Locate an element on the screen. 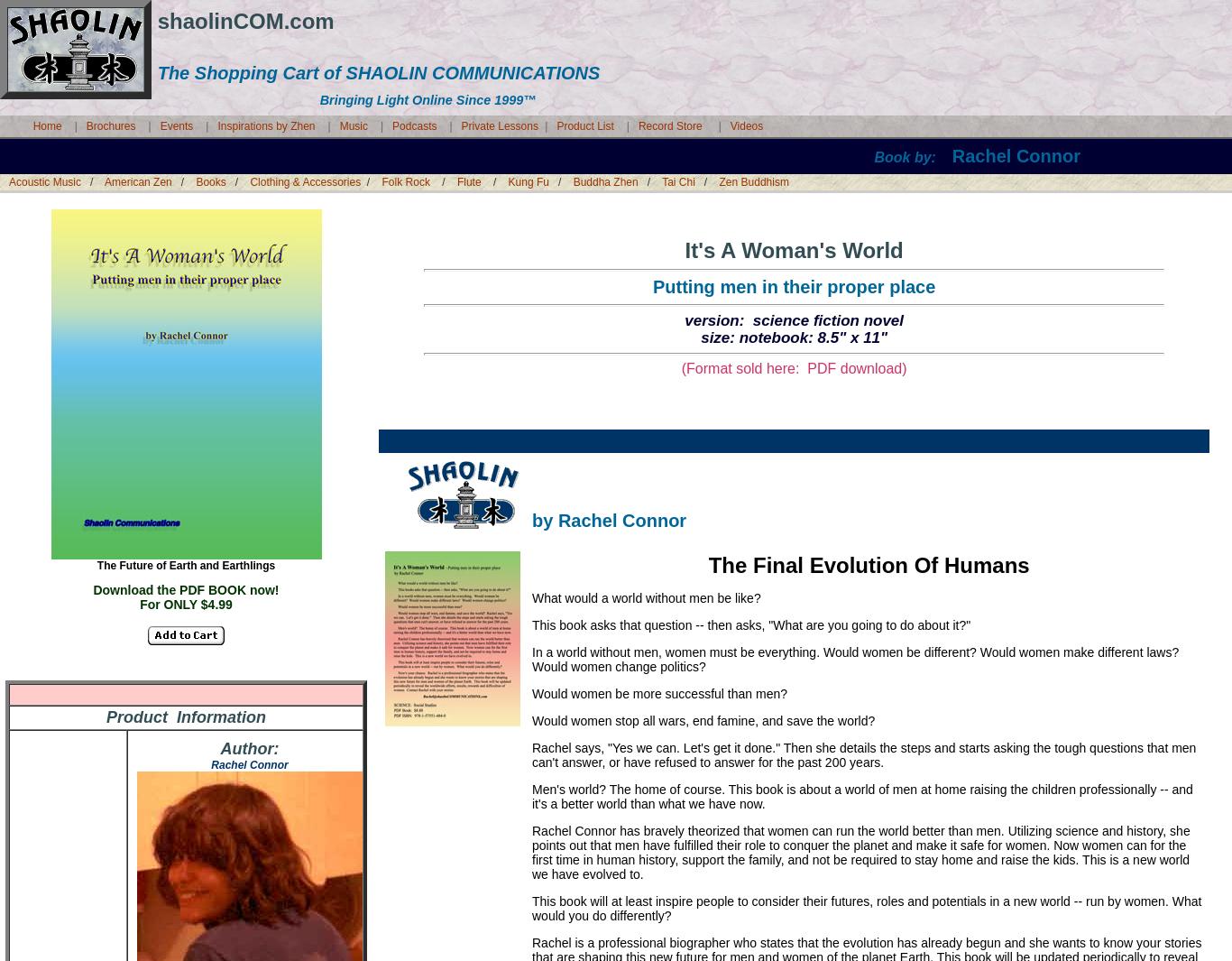 This screenshot has width=1232, height=961. 'This book asks that question -- then asks, "What 
                are you going to do about it?"' is located at coordinates (749, 624).